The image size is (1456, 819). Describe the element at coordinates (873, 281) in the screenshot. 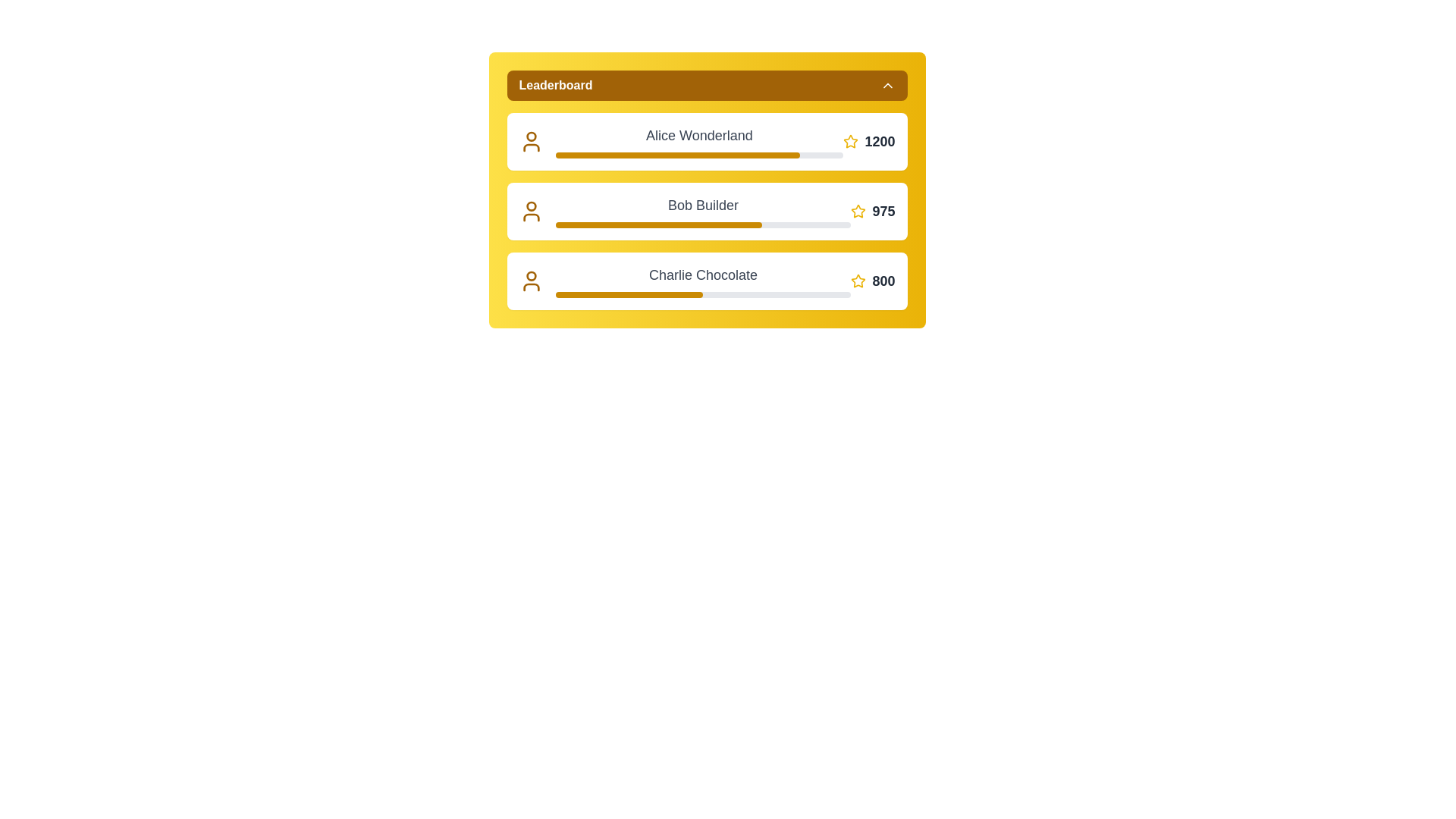

I see `score value displayed for the user 'Charlie Chocolate' on the leaderboard, located at the far-right side adjacent to the progress bar` at that location.